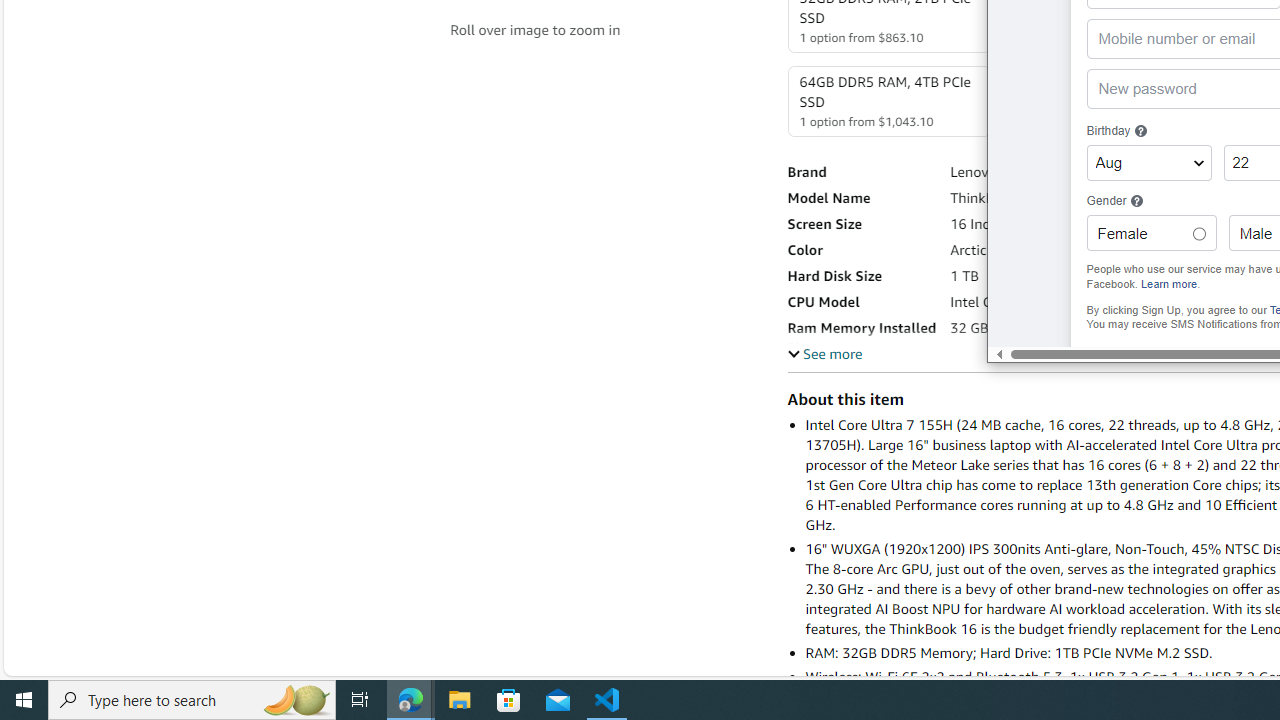 Image resolution: width=1280 pixels, height=720 pixels. Describe the element at coordinates (1169, 283) in the screenshot. I see `'Learn more'` at that location.